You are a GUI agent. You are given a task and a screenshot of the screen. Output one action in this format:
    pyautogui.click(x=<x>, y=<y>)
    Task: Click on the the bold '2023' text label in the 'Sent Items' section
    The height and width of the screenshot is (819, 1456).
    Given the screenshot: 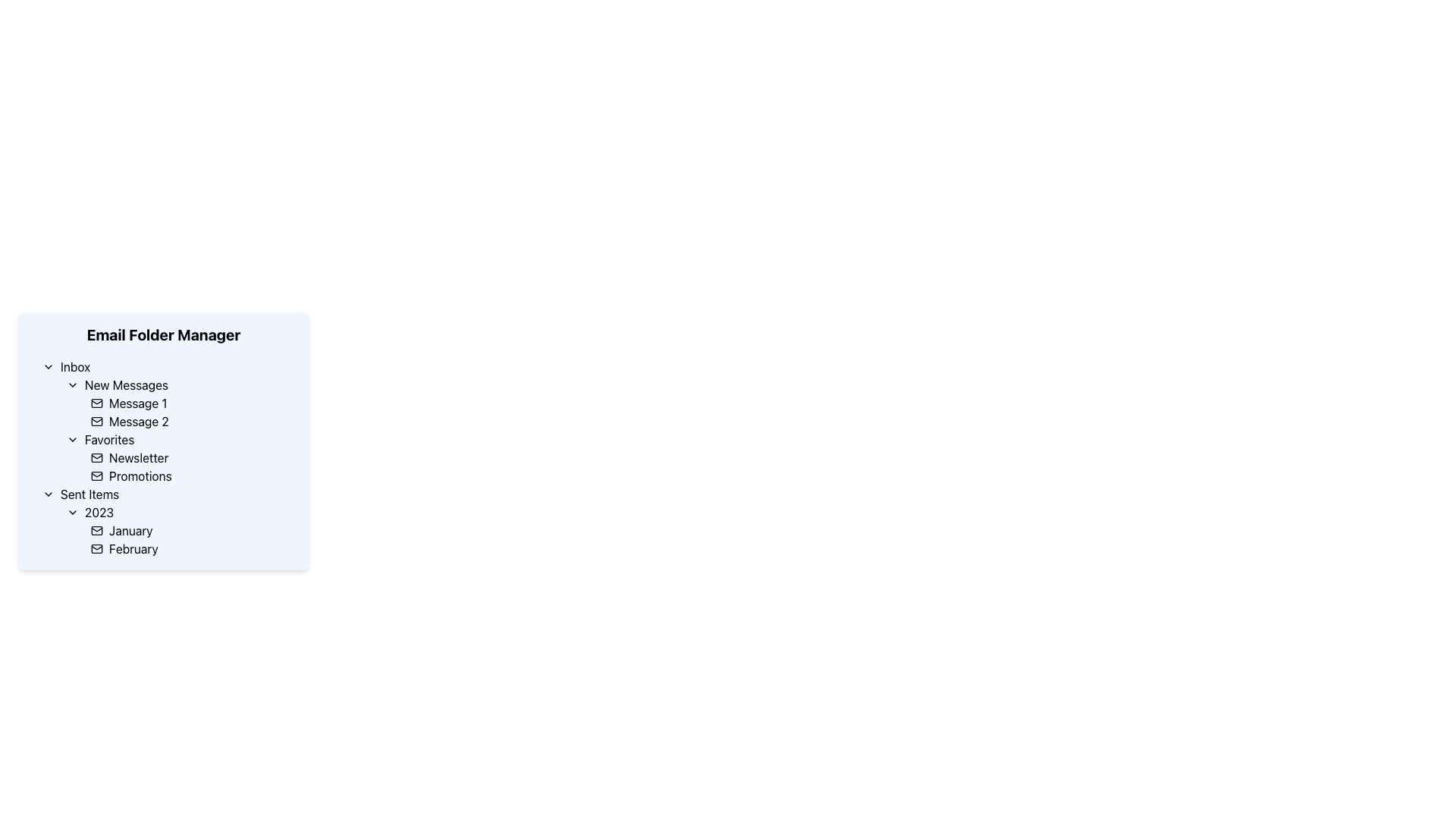 What is the action you would take?
    pyautogui.click(x=99, y=512)
    